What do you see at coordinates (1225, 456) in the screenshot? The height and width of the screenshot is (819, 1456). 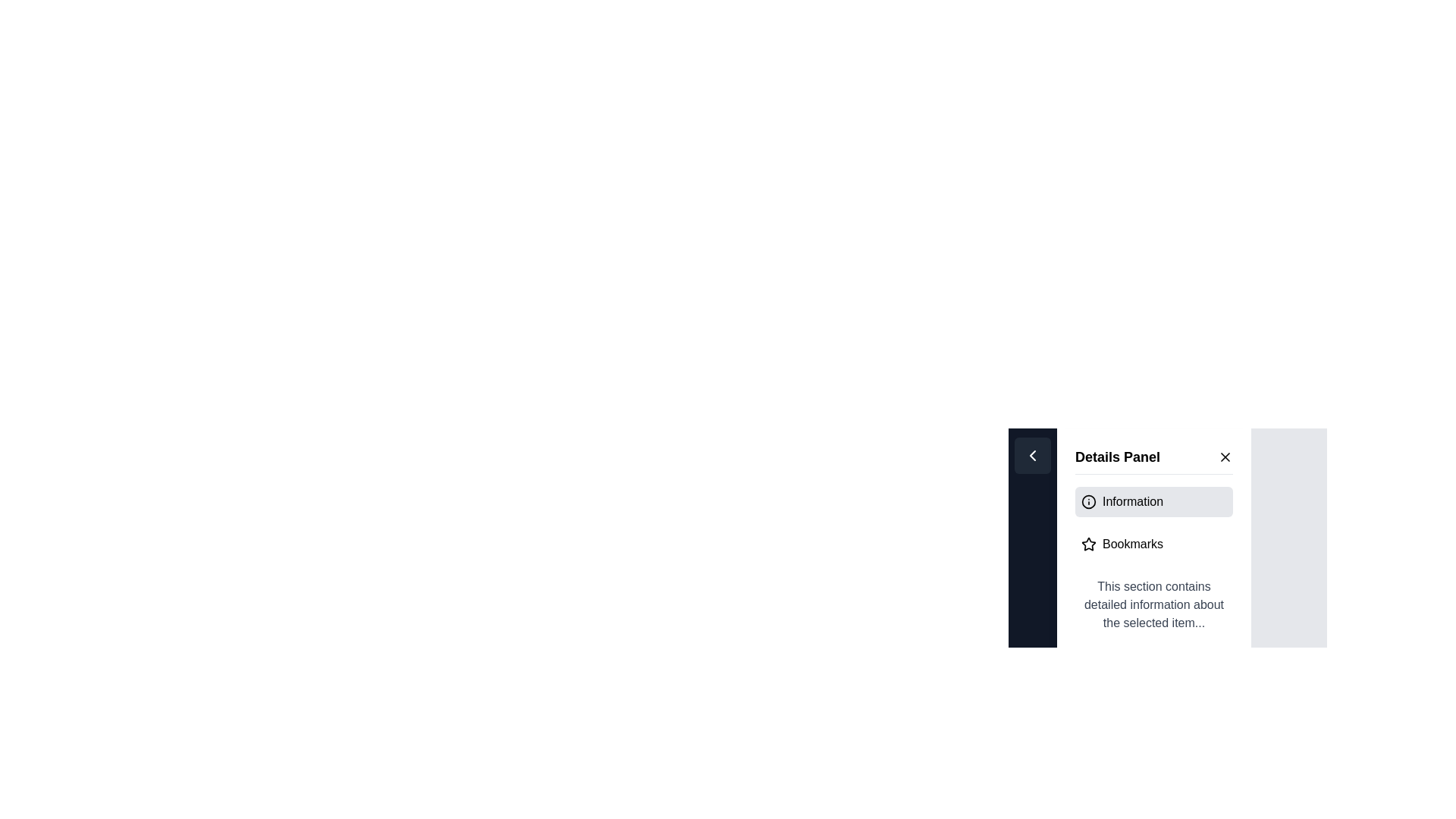 I see `the close button located at the top-right corner of the 'Details Panel'` at bounding box center [1225, 456].